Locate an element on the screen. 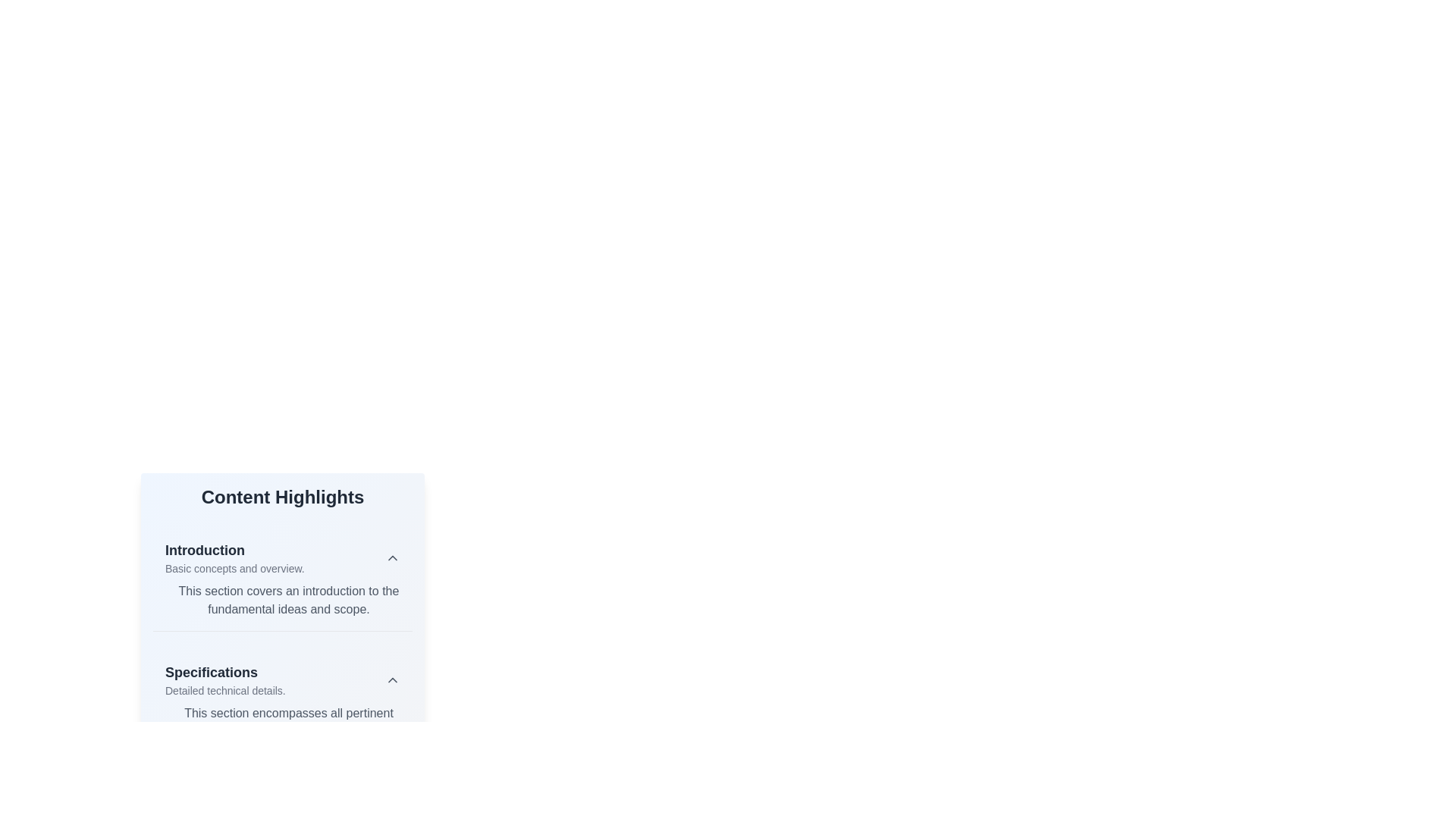 Image resolution: width=1456 pixels, height=819 pixels. the title text label indicating the content scope in the 'Content Highlights' section is located at coordinates (234, 550).